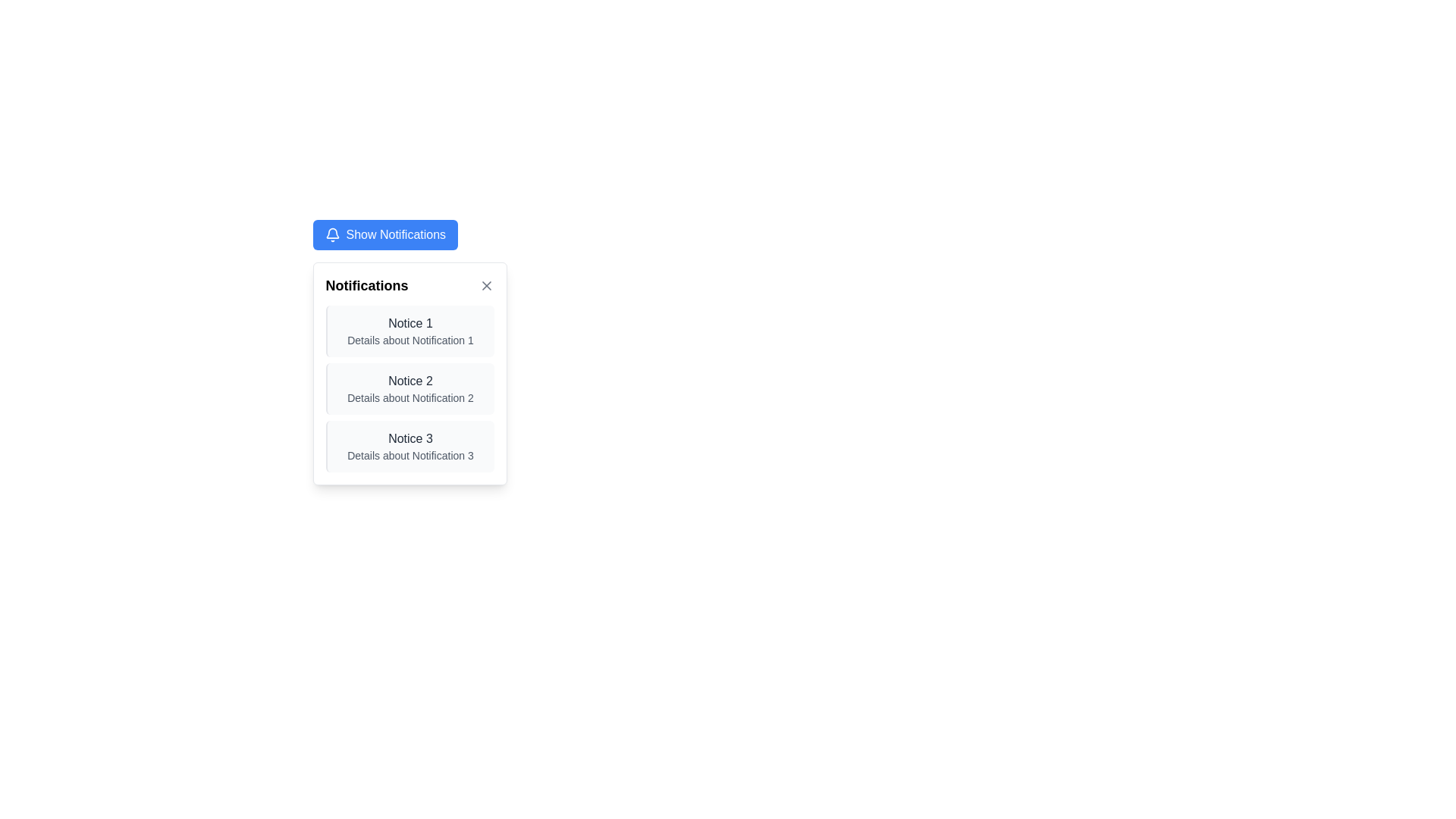 The width and height of the screenshot is (1456, 819). What do you see at coordinates (410, 455) in the screenshot?
I see `the descriptive text of 'Notification 3' located below the title 'Notice 3' in the third notification card` at bounding box center [410, 455].